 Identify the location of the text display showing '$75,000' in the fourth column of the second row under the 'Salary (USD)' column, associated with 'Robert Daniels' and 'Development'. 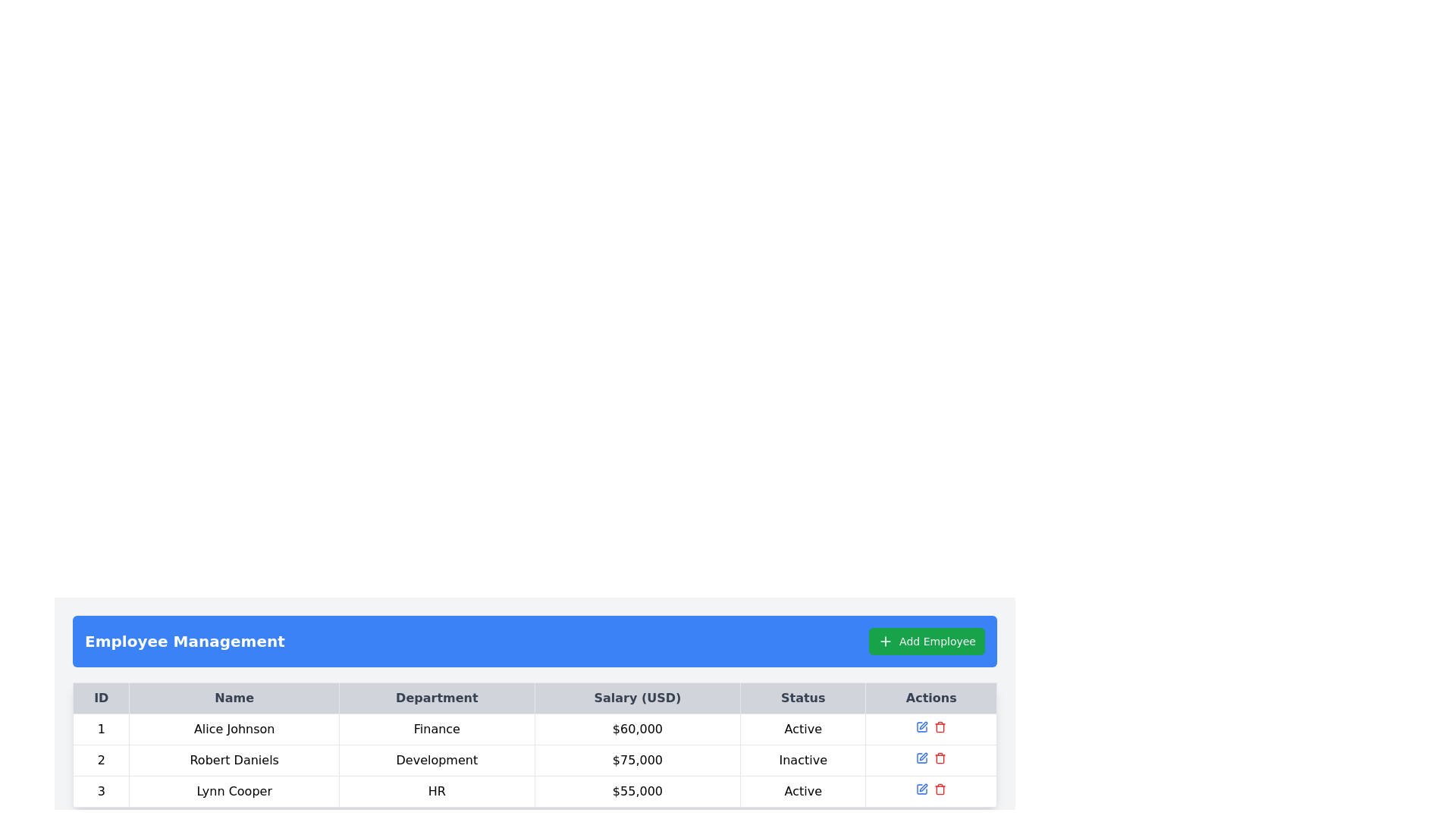
(637, 760).